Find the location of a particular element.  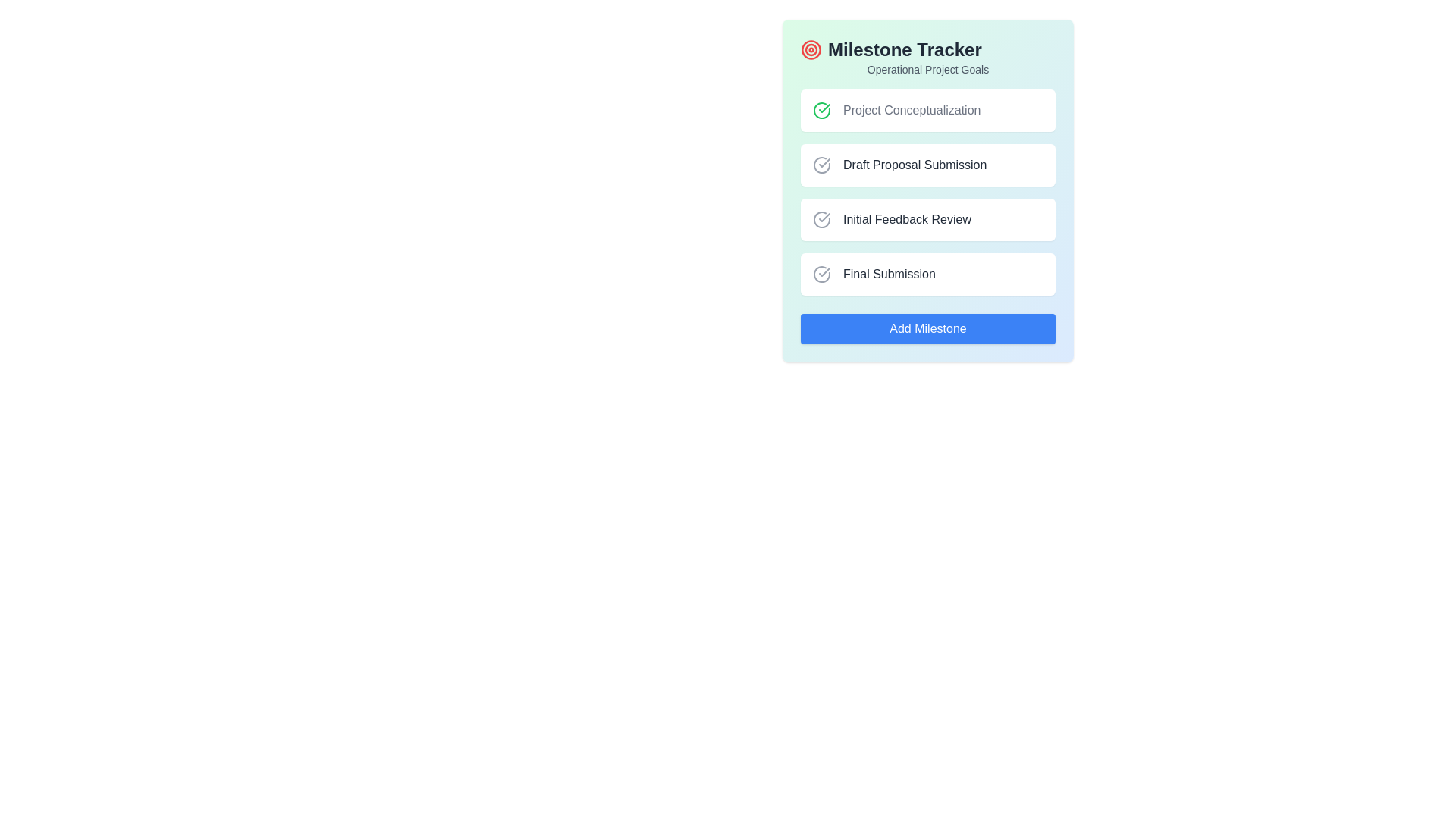

the text label displaying 'Draft Proposal Submission', which is styled in dark gray text and is part of a milestone tracker interface is located at coordinates (914, 165).